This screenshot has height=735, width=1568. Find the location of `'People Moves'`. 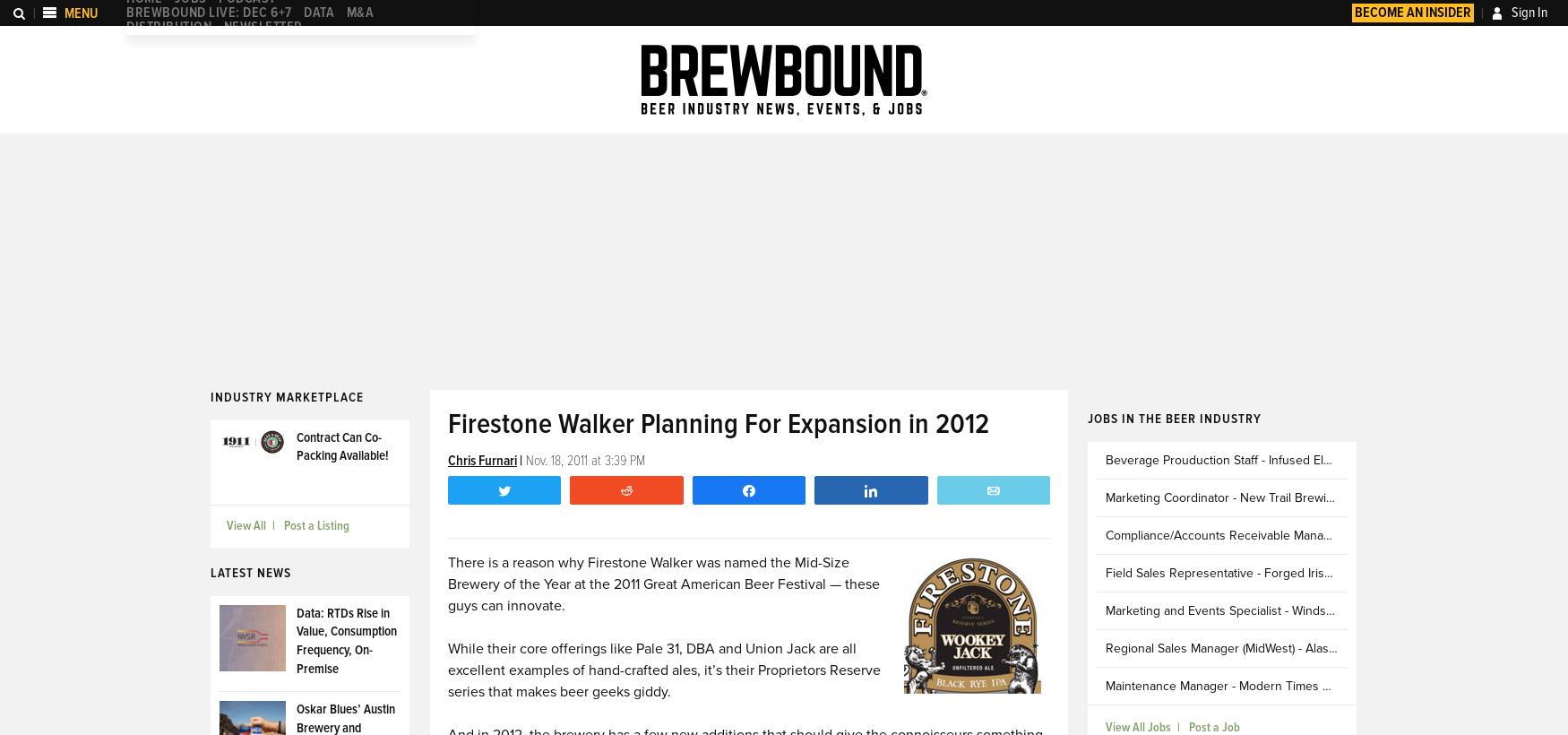

'People Moves' is located at coordinates (13, 473).